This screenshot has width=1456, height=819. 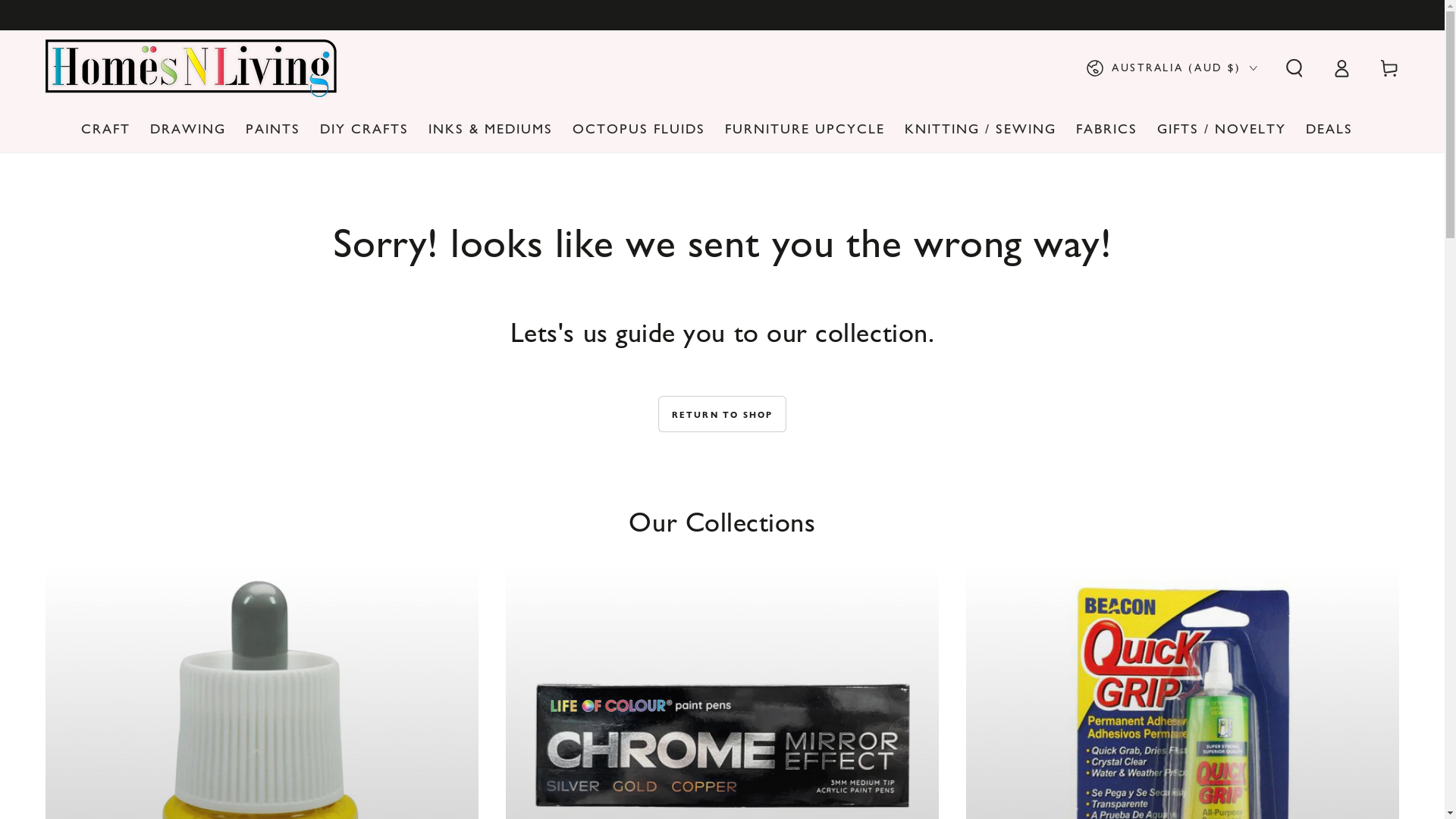 What do you see at coordinates (1170, 68) in the screenshot?
I see `'AUSTRALIA (AUD $)'` at bounding box center [1170, 68].